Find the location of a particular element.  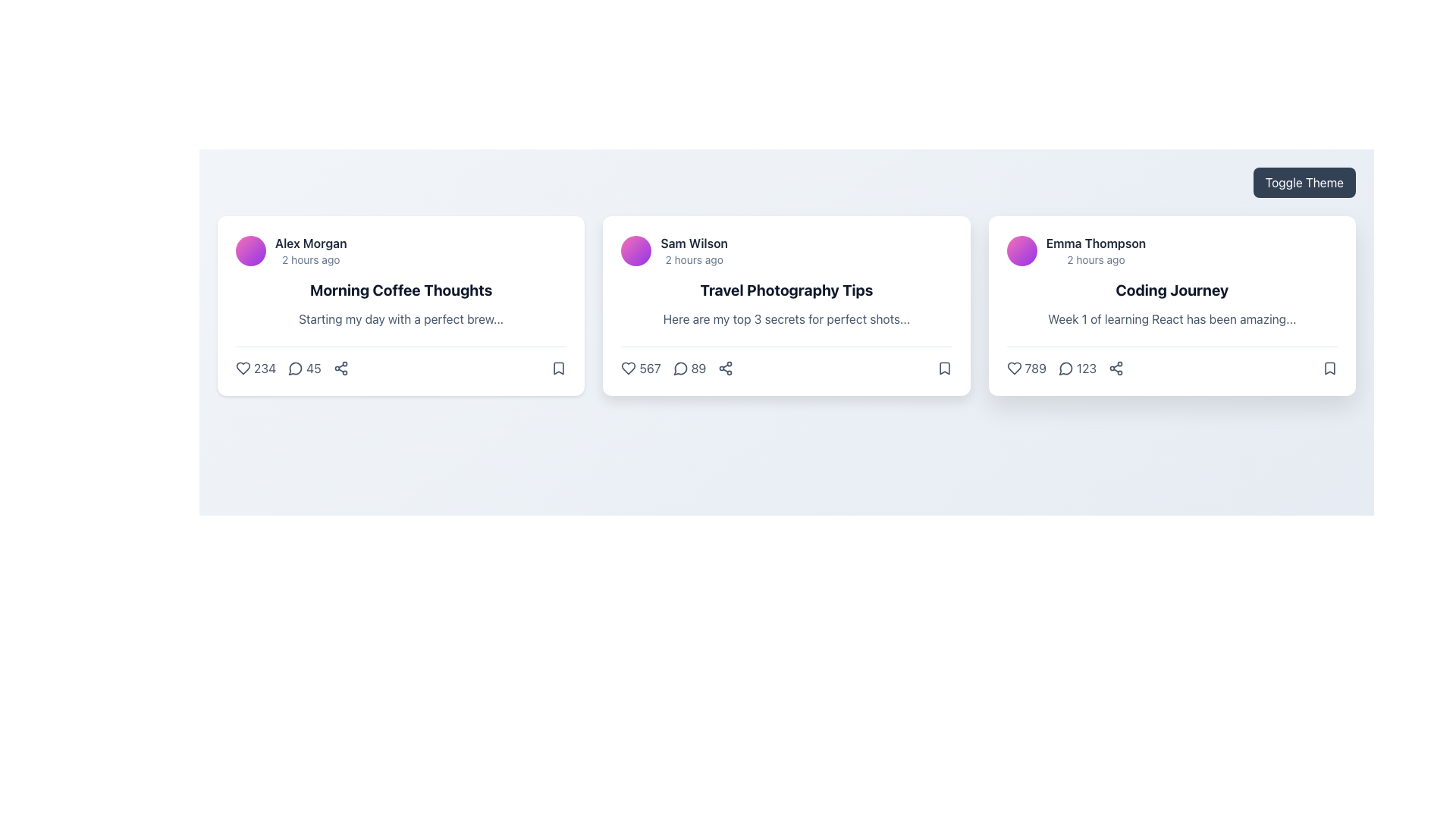

the sharing button, which is the third interactive item in the lower row of the 'Travel Photography Tips' post card, to activate visual feedback is located at coordinates (725, 369).